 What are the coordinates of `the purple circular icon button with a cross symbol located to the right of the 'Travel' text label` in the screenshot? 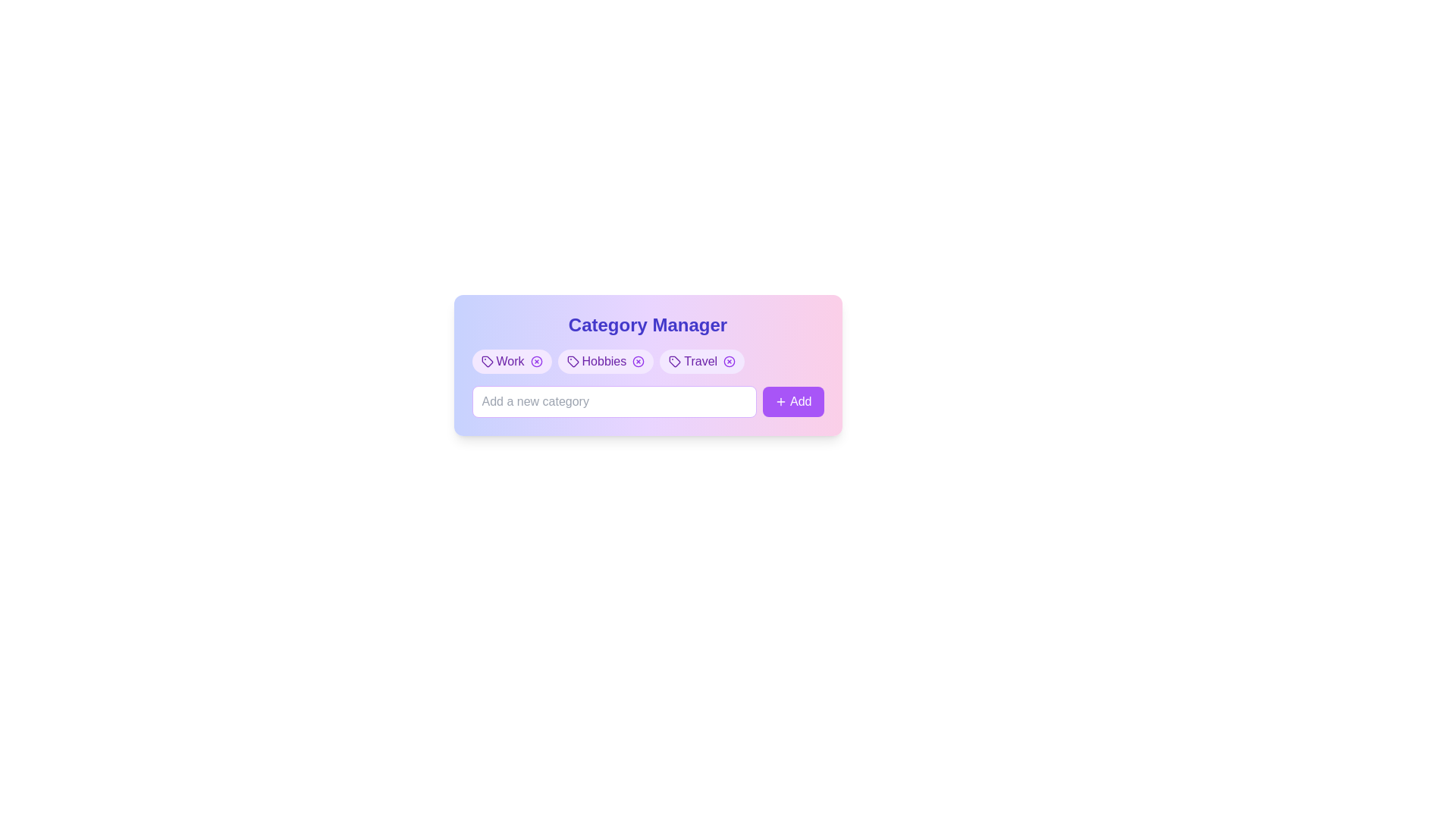 It's located at (730, 362).